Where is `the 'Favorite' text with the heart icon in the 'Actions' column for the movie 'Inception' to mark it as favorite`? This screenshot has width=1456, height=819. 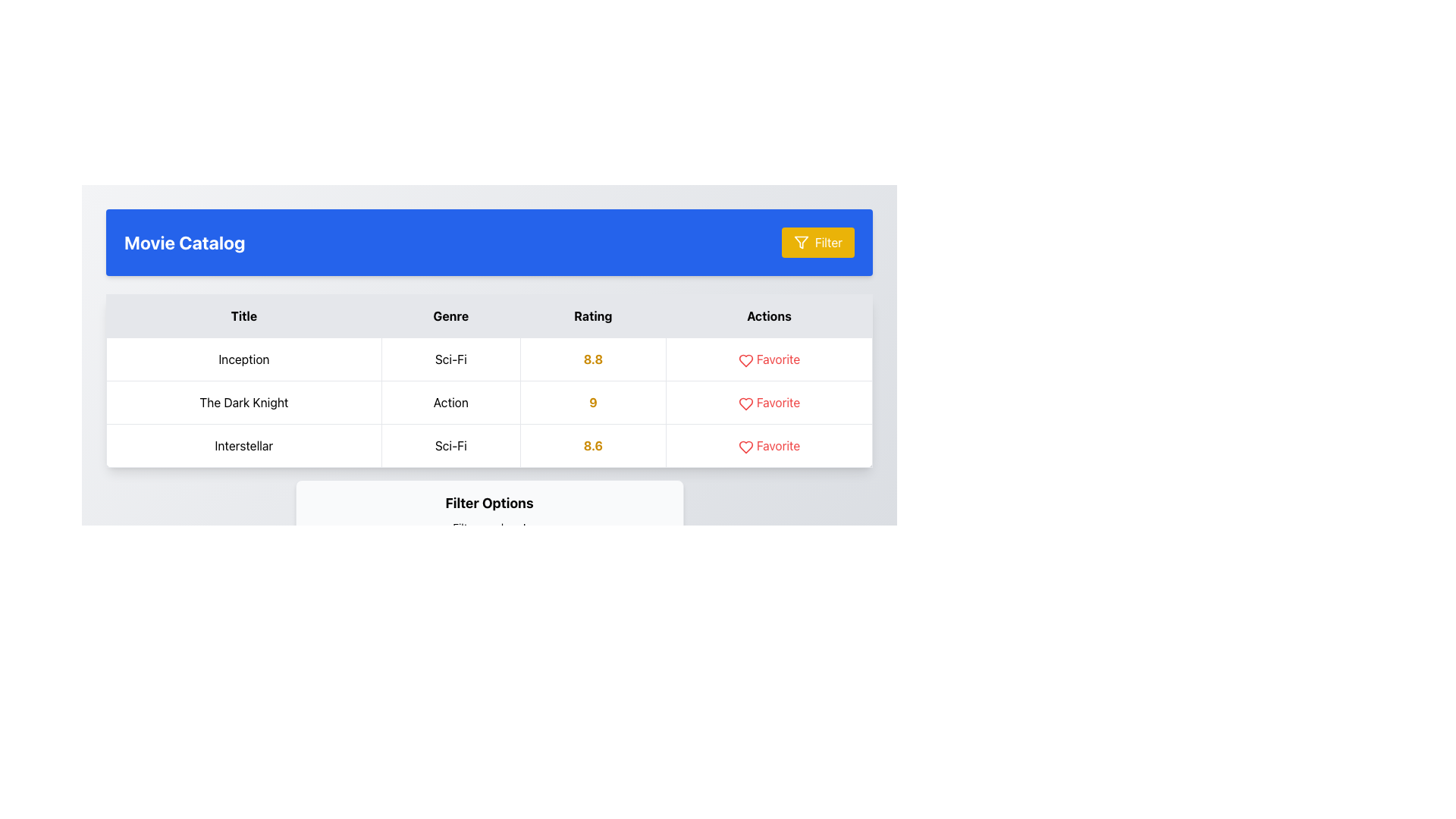 the 'Favorite' text with the heart icon in the 'Actions' column for the movie 'Inception' to mark it as favorite is located at coordinates (769, 359).